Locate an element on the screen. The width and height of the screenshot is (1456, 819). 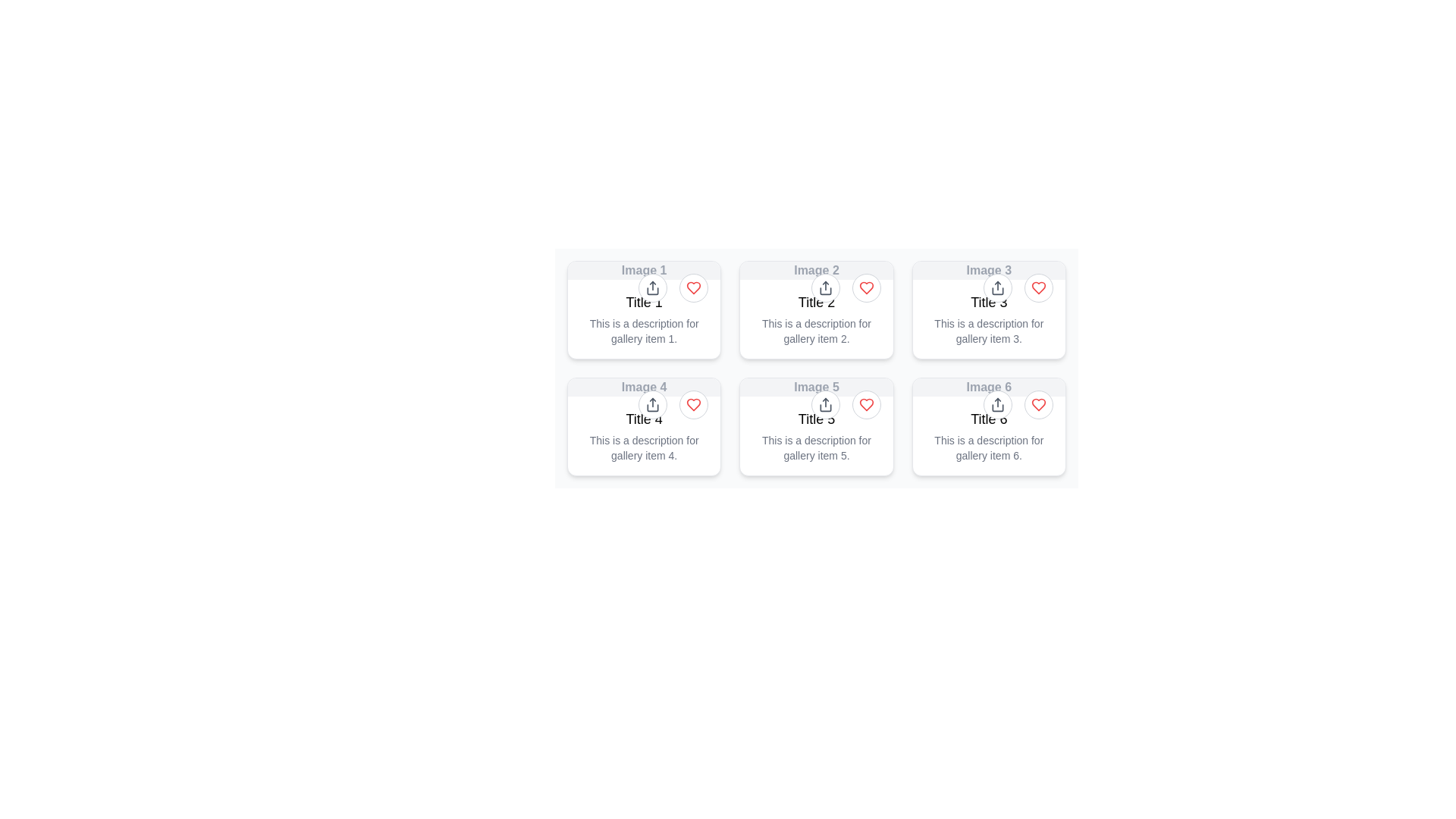
description text that says 'This is a description for gallery item 4.' located in the fourth card of a 2x3 grid layout, beneath the title 'Title 4' is located at coordinates (644, 447).